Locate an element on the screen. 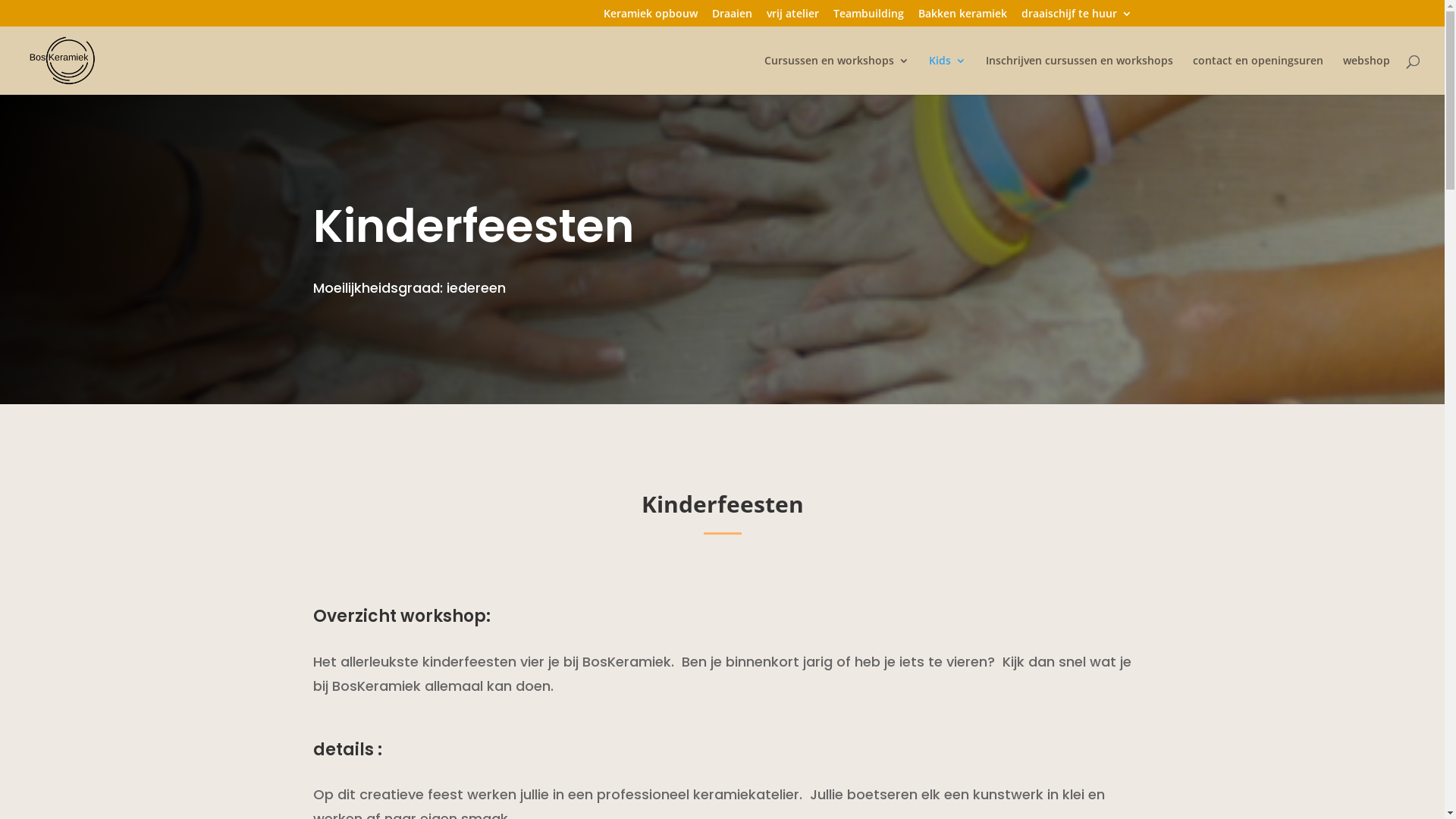 This screenshot has height=819, width=1456. 'Cursussen en workshops' is located at coordinates (836, 75).